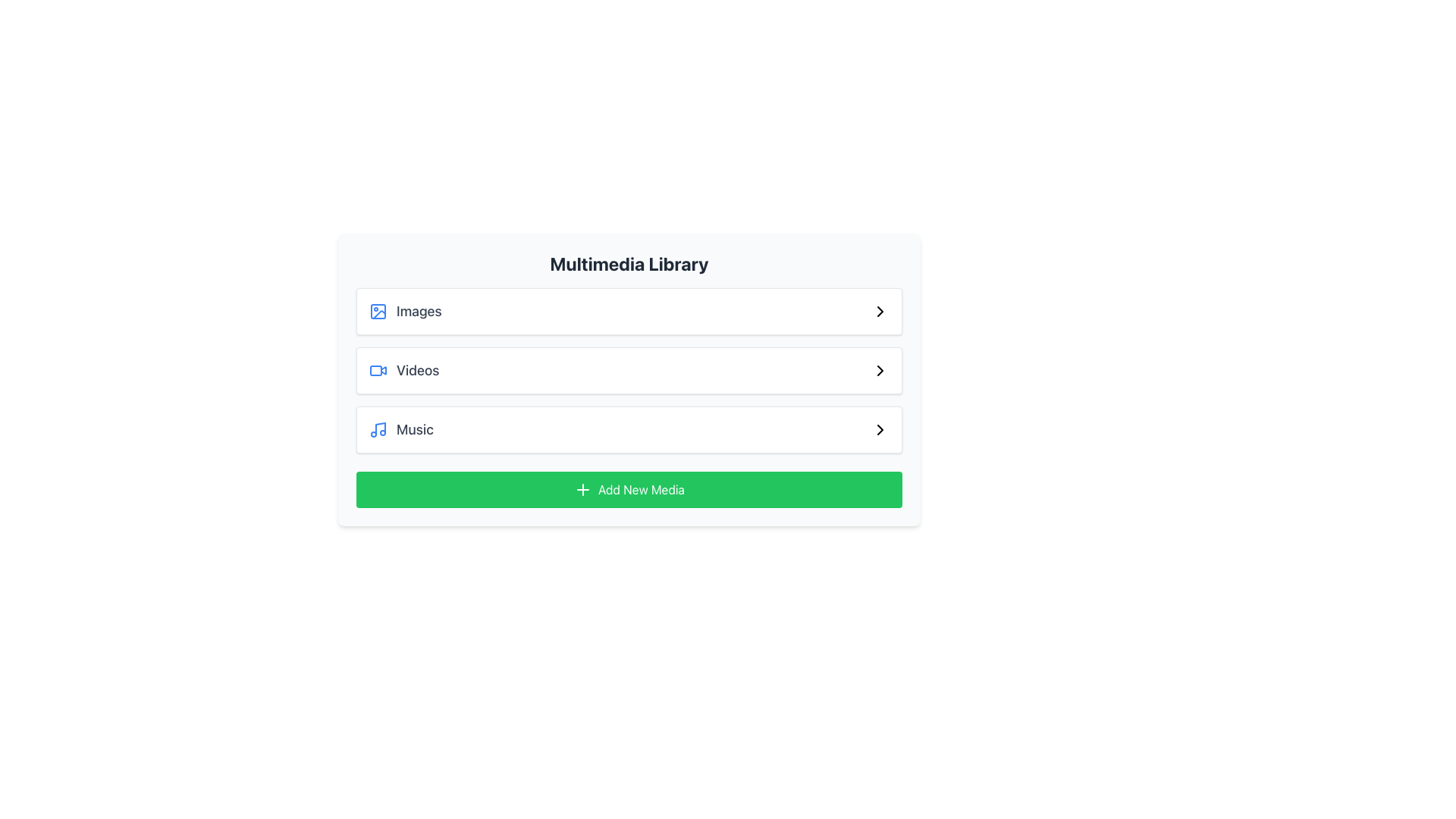 The height and width of the screenshot is (819, 1456). I want to click on the 'Videos' card in the 'Multimedia Library' section, so click(629, 379).